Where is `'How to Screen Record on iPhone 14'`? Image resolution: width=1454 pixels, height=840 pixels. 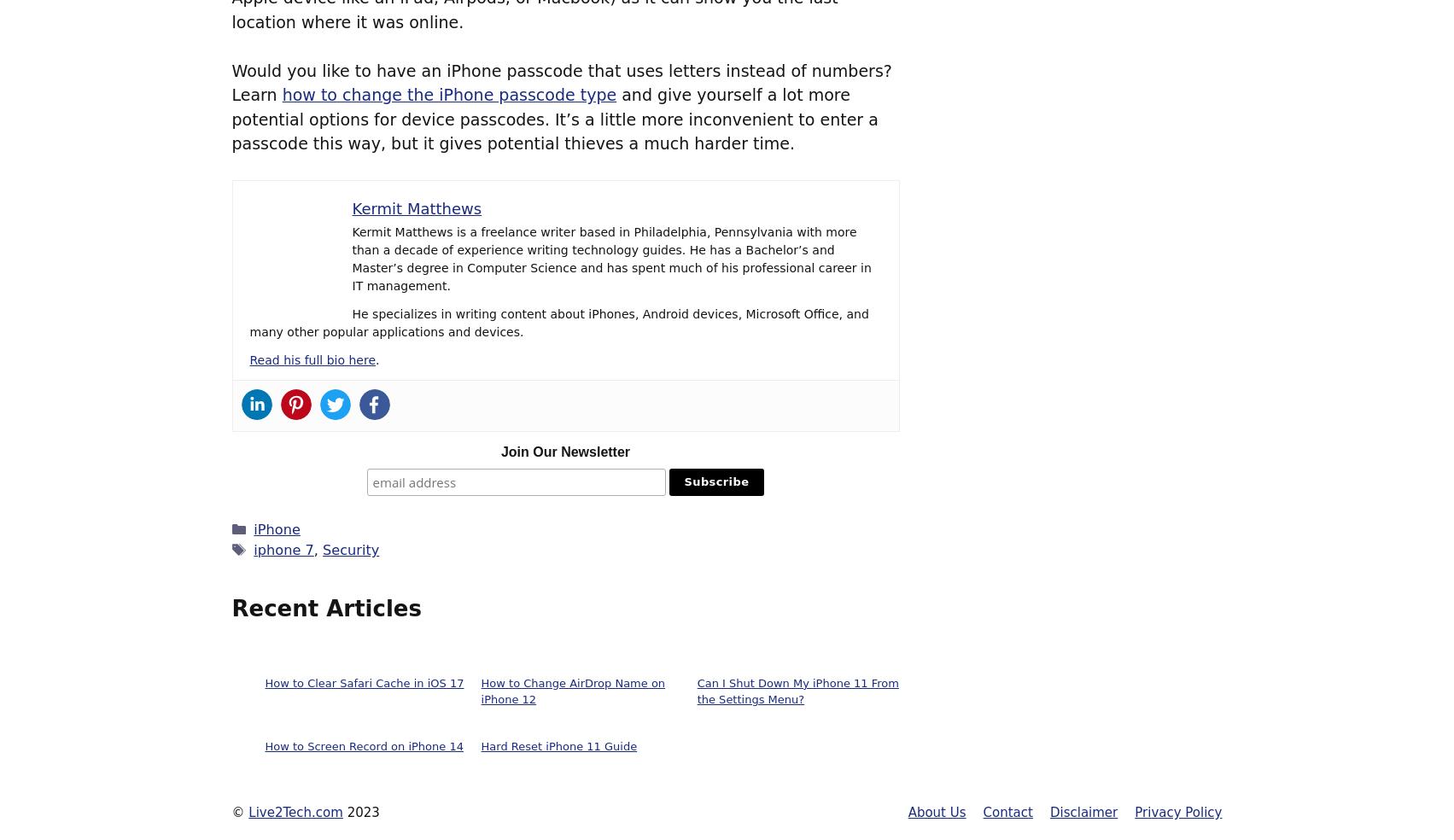 'How to Screen Record on iPhone 14' is located at coordinates (363, 746).